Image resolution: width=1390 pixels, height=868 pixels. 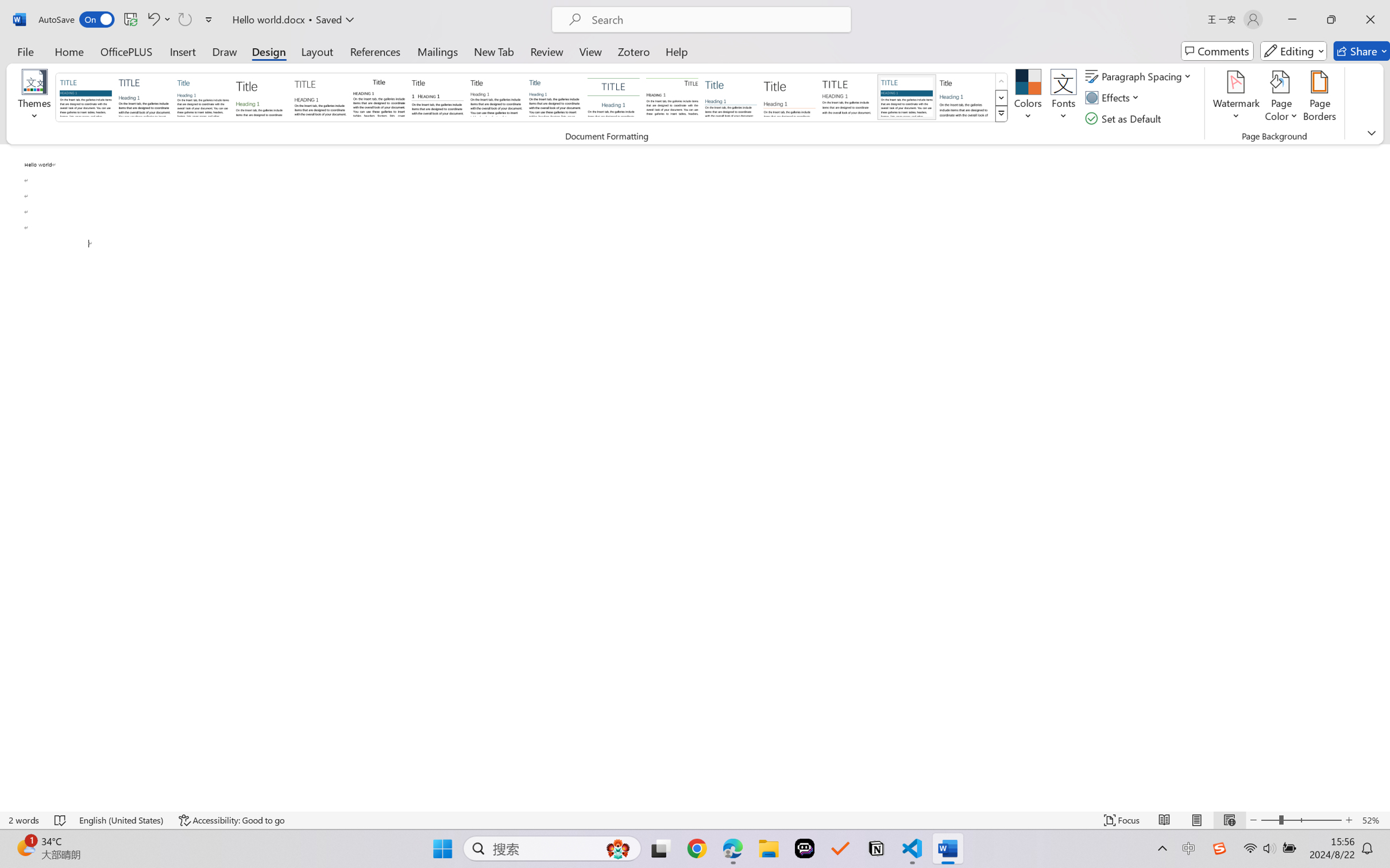 I want to click on 'Class: NetUIImage', so click(x=1001, y=114).